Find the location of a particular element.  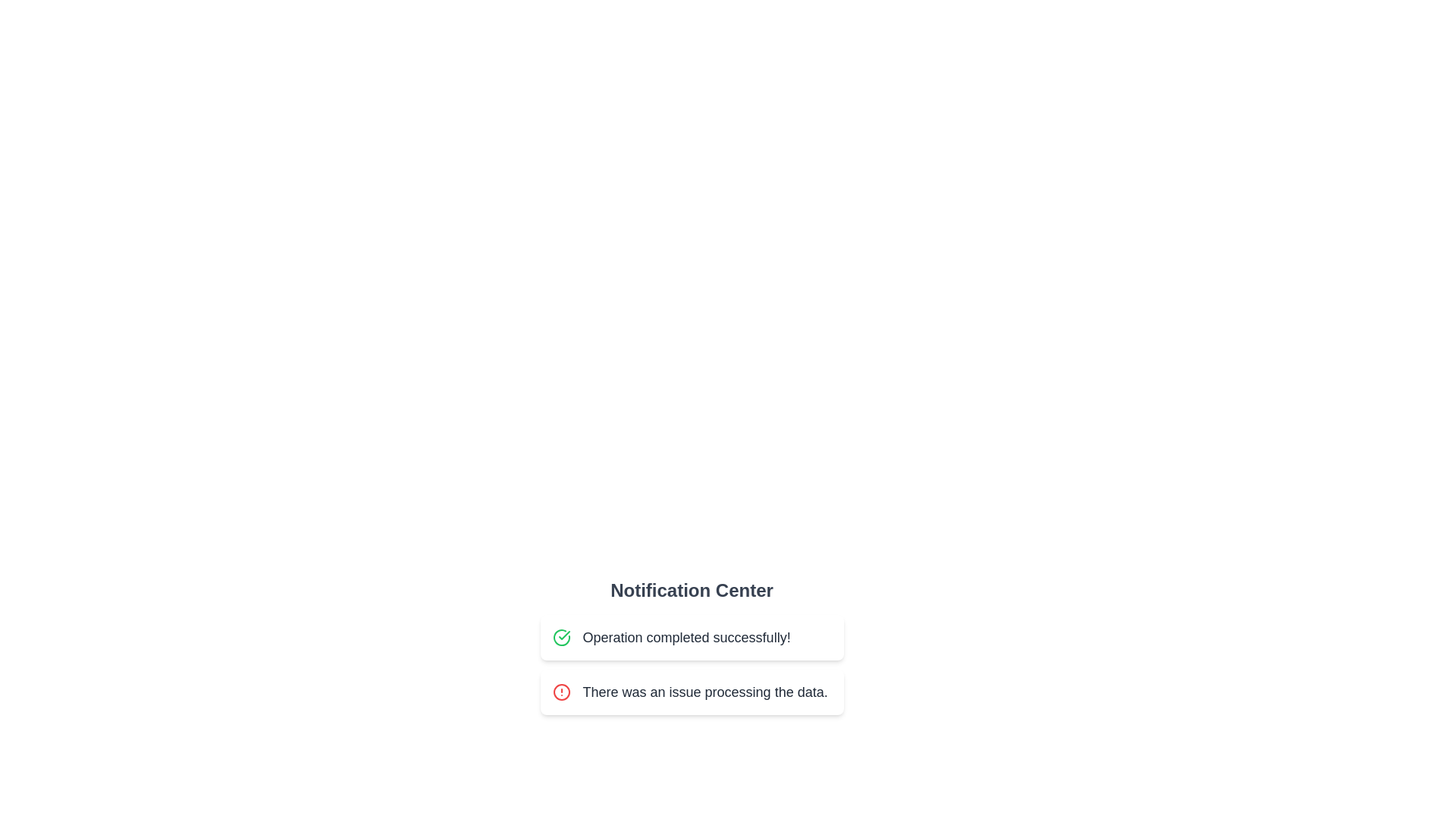

the text displaying 'There was an issue processing the data.' in the notification box is located at coordinates (704, 692).